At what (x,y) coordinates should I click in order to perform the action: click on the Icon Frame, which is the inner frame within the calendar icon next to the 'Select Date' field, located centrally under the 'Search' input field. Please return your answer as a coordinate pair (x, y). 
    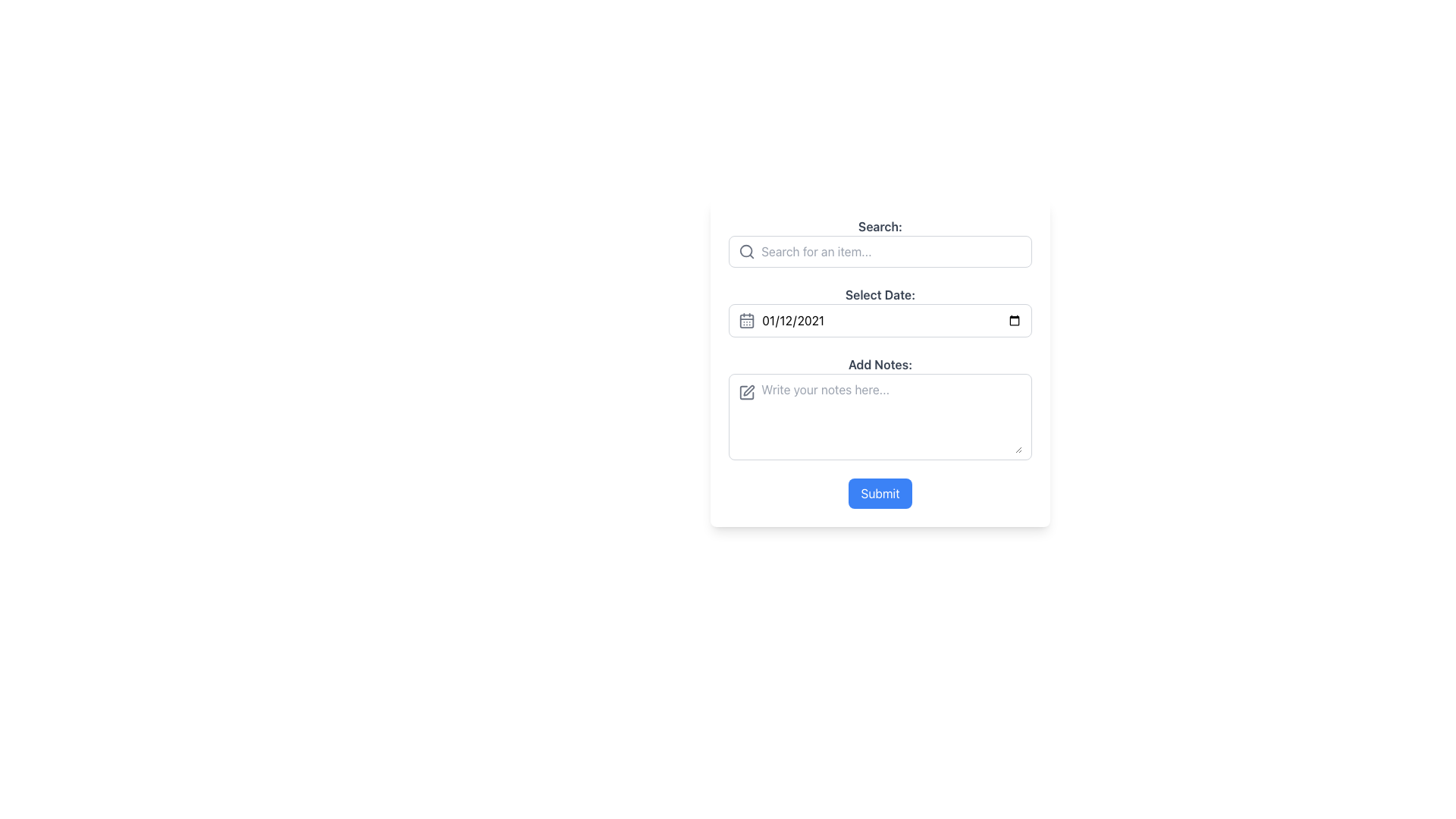
    Looking at the image, I should click on (746, 320).